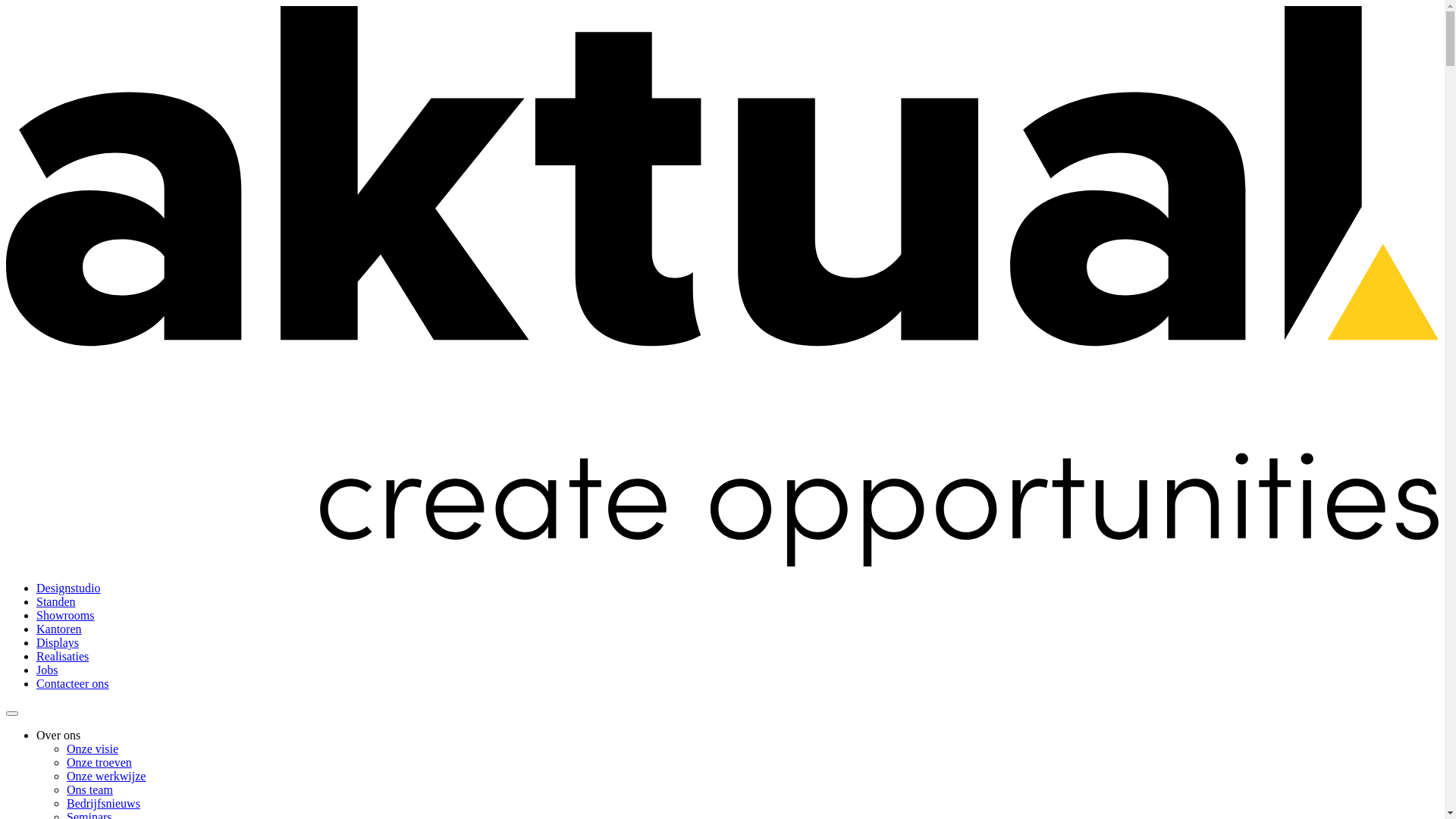 The height and width of the screenshot is (819, 1456). I want to click on 'Onze visie', so click(91, 748).